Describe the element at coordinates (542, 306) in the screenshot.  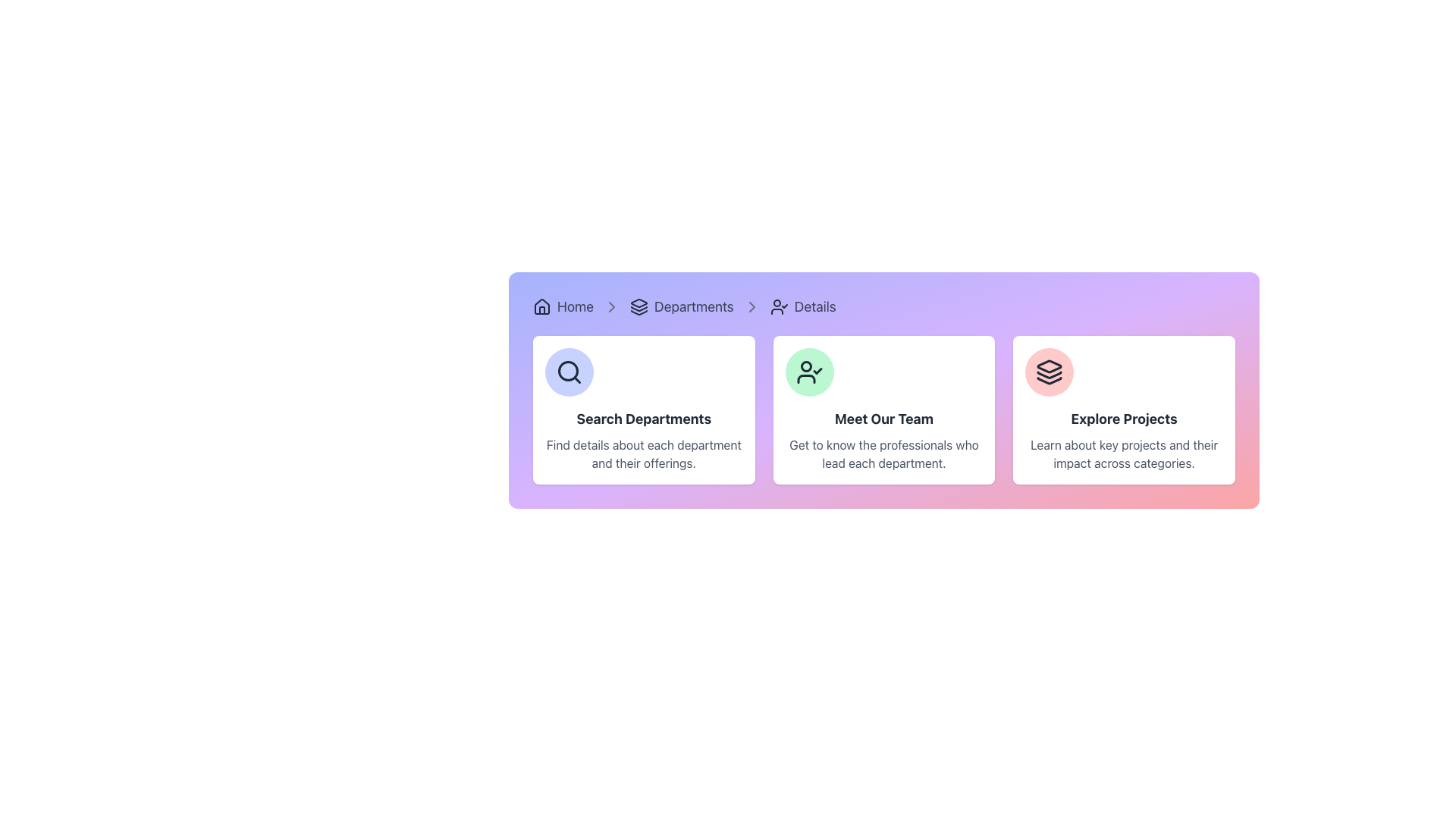
I see `the stylized house icon in the breadcrumb navigation bar located at the top-left corner of the layout` at that location.